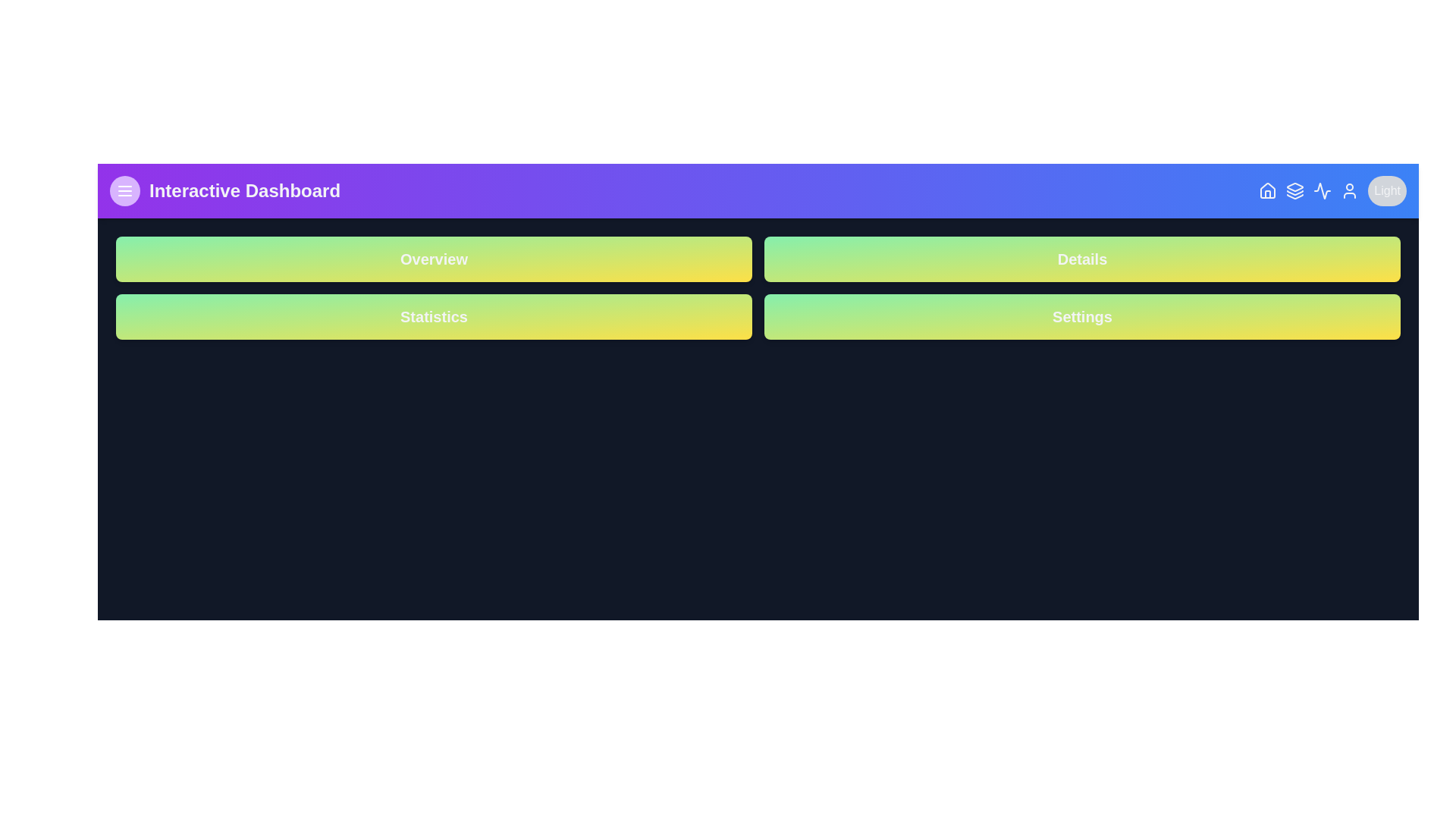 The height and width of the screenshot is (819, 1456). Describe the element at coordinates (1081, 315) in the screenshot. I see `the button labeled 'Settings'` at that location.